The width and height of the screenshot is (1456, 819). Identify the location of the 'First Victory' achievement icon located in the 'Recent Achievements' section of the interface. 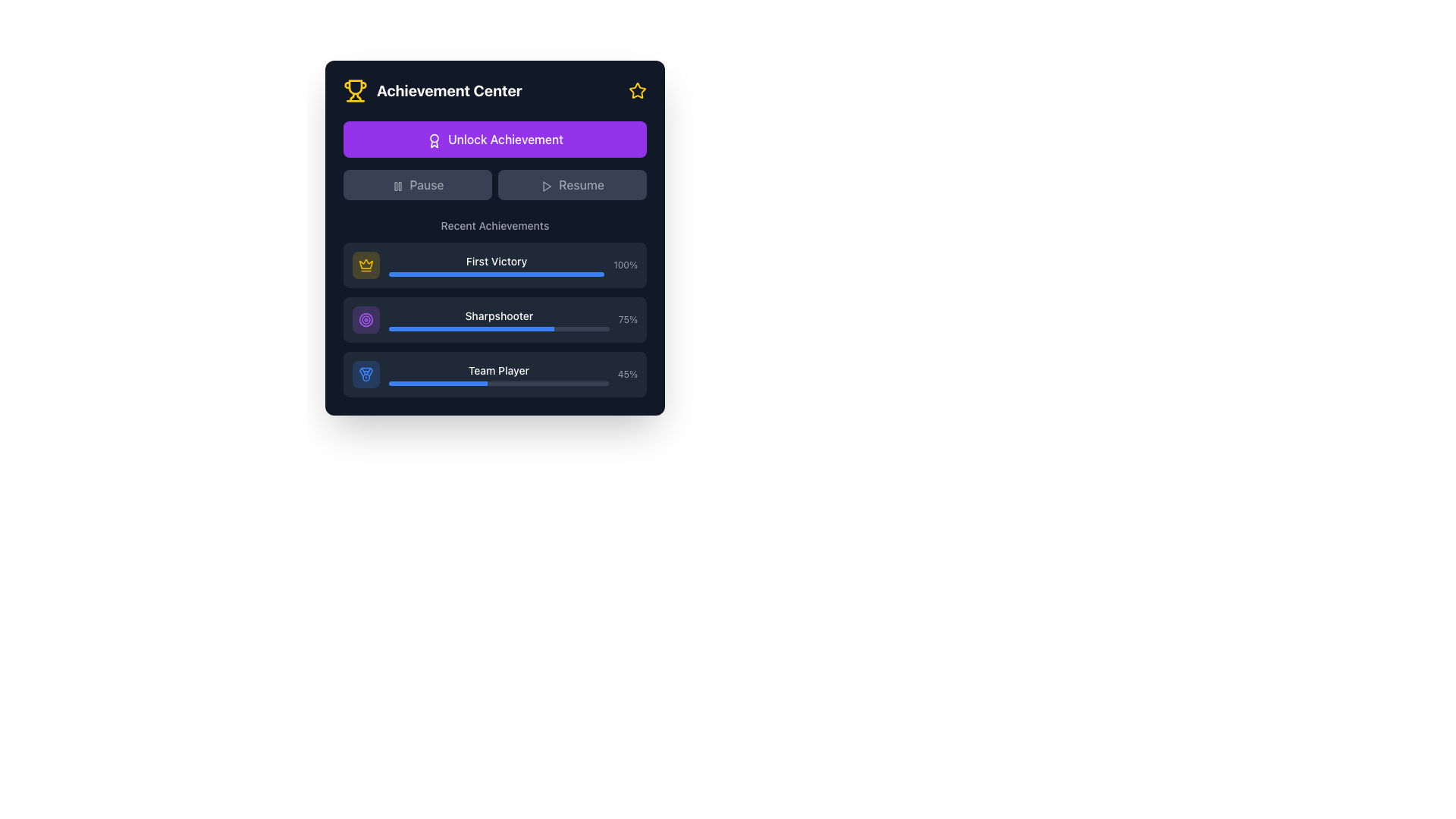
(366, 265).